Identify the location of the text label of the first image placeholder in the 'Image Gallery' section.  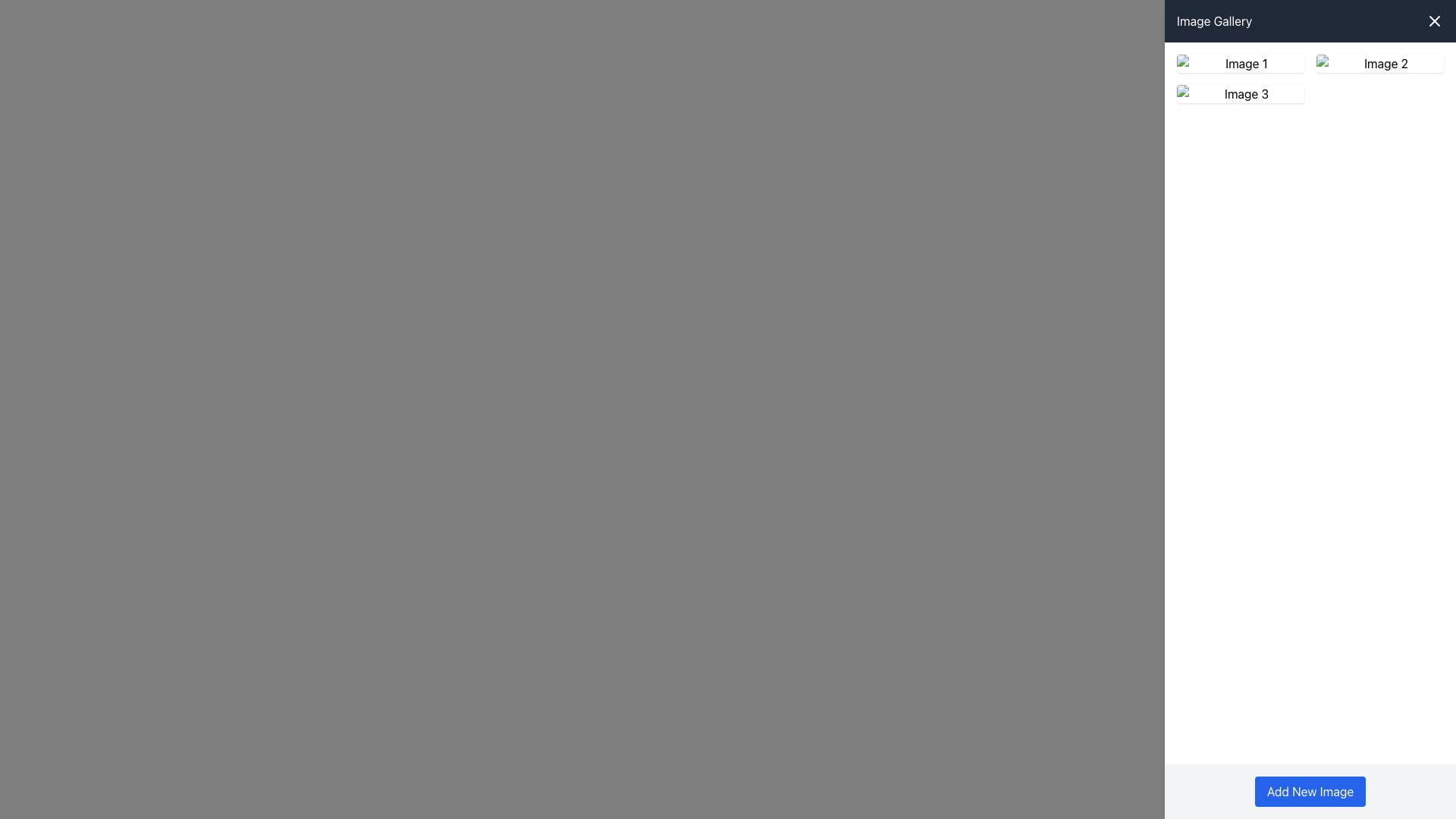
(1241, 63).